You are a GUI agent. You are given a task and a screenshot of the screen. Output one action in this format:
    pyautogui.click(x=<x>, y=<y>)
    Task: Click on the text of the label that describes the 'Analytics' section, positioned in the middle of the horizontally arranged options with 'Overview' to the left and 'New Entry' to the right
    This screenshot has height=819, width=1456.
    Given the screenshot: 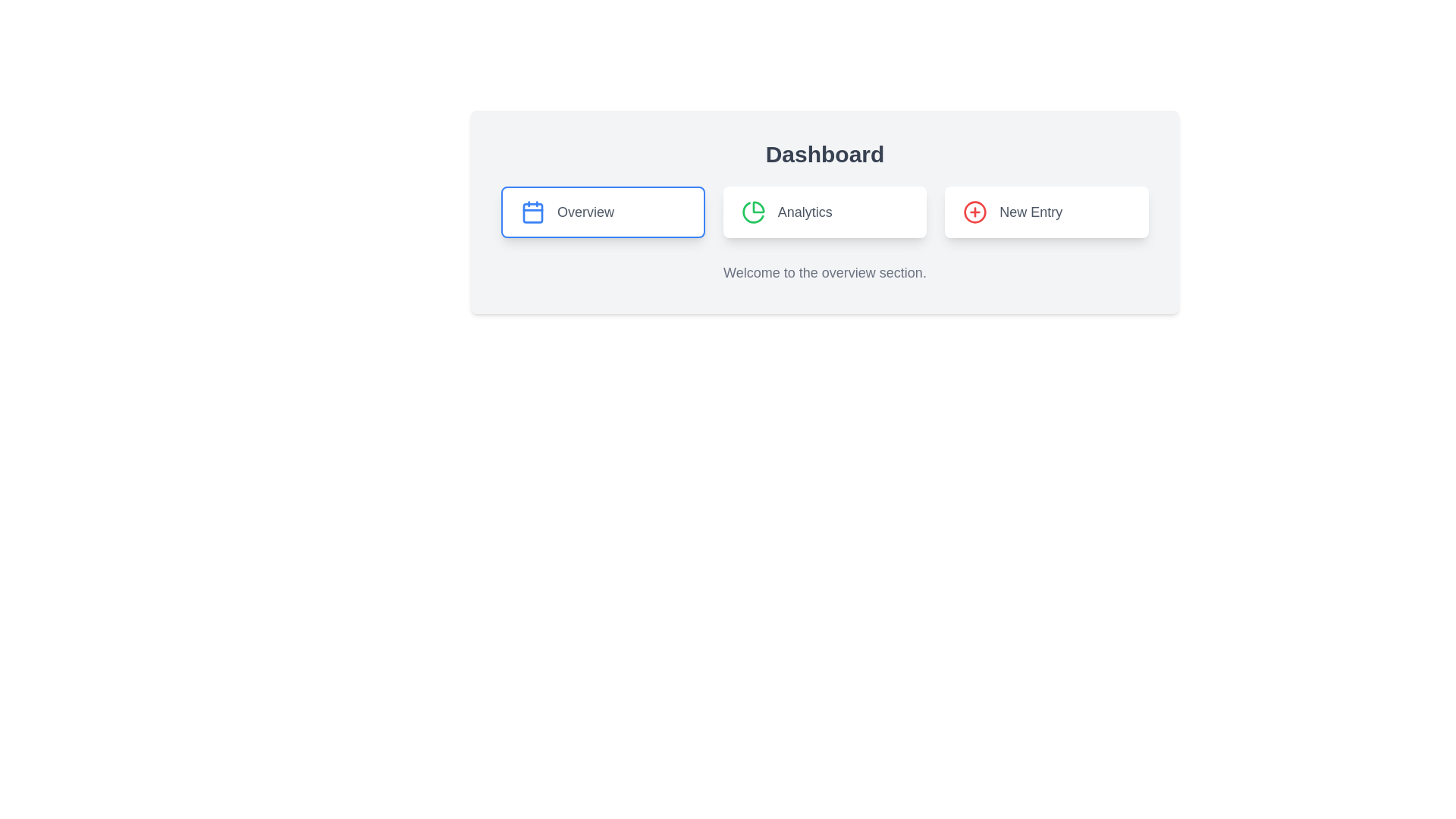 What is the action you would take?
    pyautogui.click(x=804, y=212)
    